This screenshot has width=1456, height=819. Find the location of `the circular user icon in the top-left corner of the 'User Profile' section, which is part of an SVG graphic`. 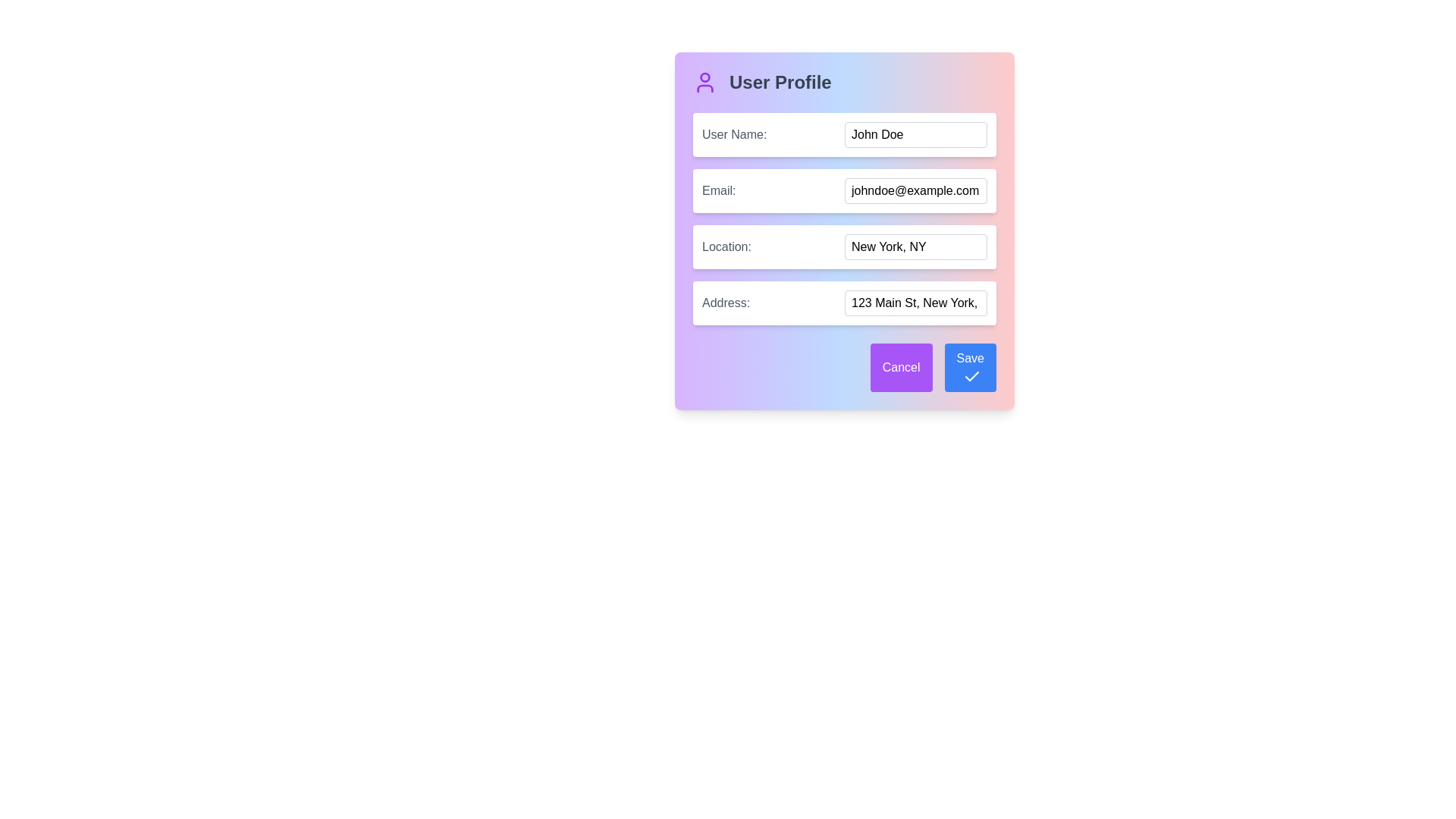

the circular user icon in the top-left corner of the 'User Profile' section, which is part of an SVG graphic is located at coordinates (704, 77).